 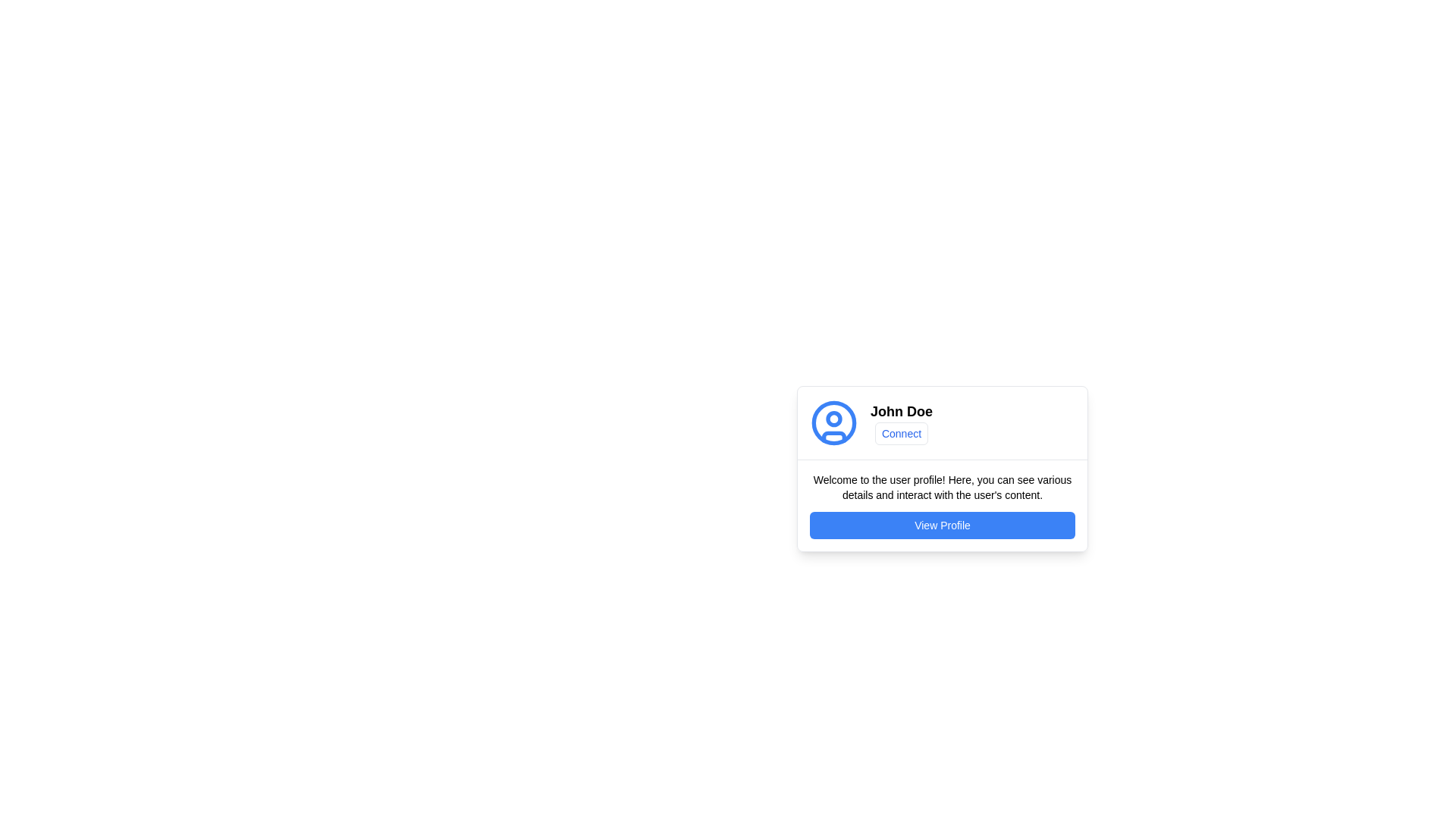 What do you see at coordinates (942, 488) in the screenshot?
I see `text label that provides a brief introduction or description of the user's profile, located in the lower half of the card interface above the 'View Profile' button` at bounding box center [942, 488].